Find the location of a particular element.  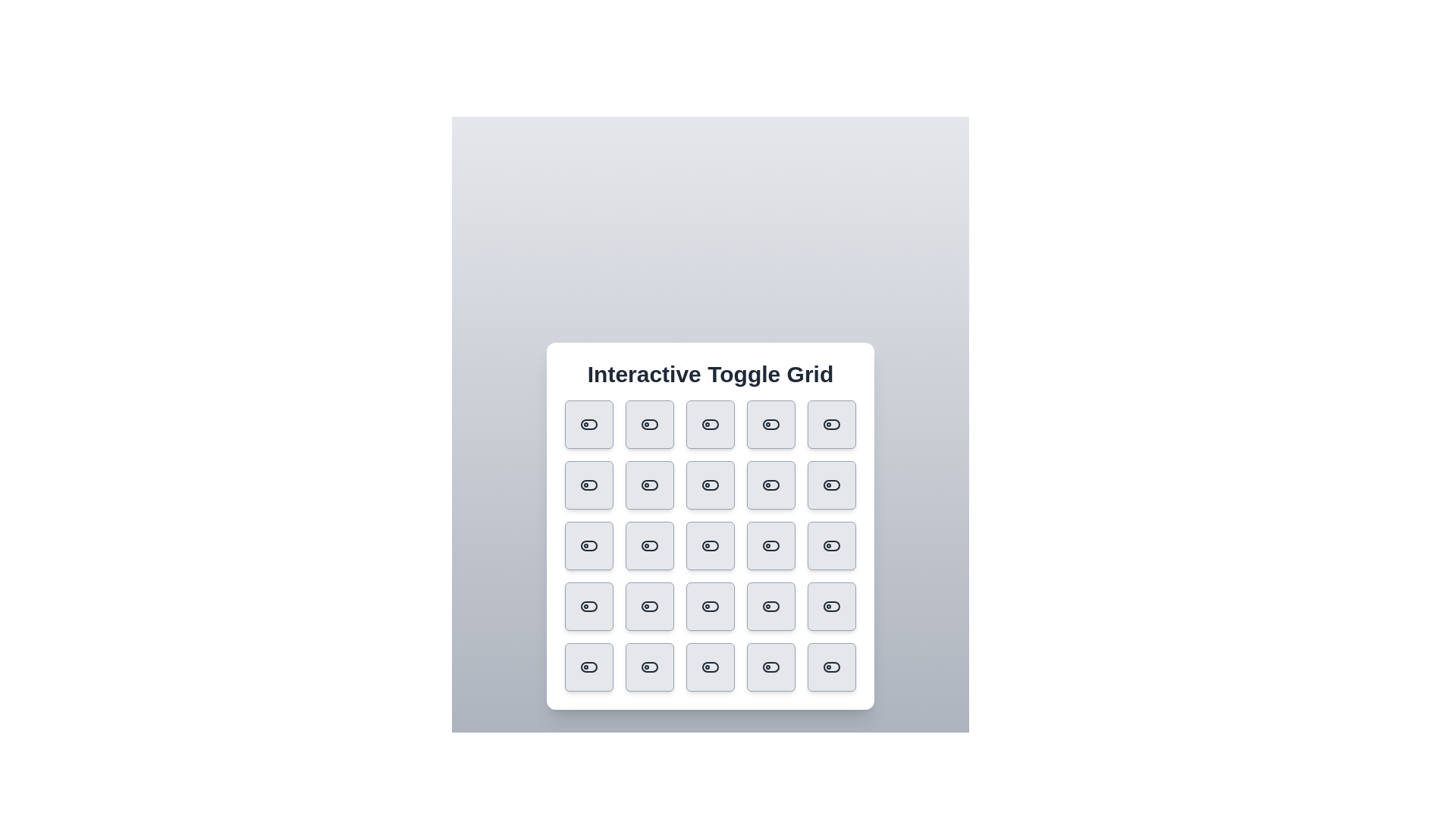

the title element of the grid to view its text is located at coordinates (709, 374).